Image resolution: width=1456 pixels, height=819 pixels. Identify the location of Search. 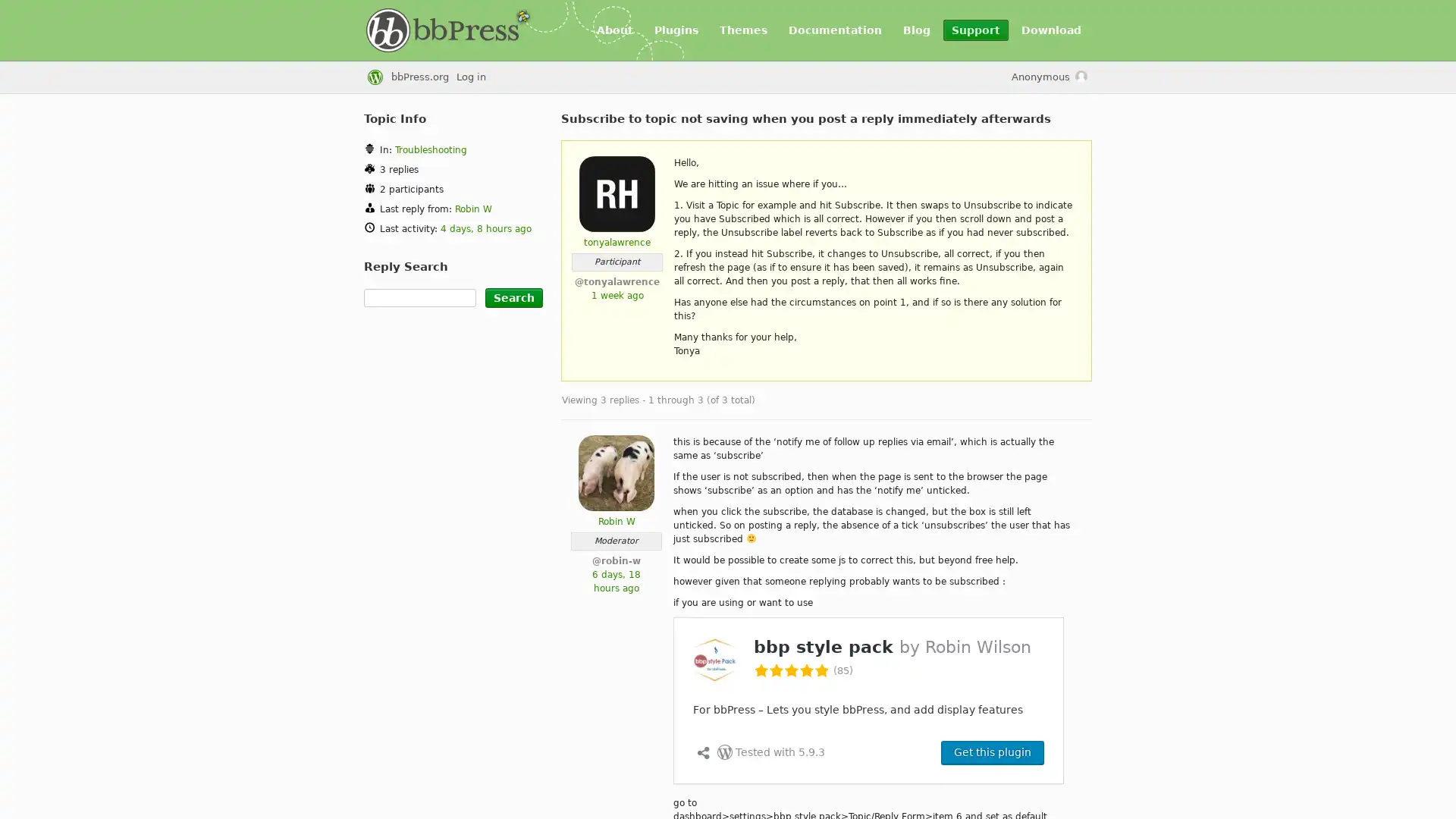
(513, 298).